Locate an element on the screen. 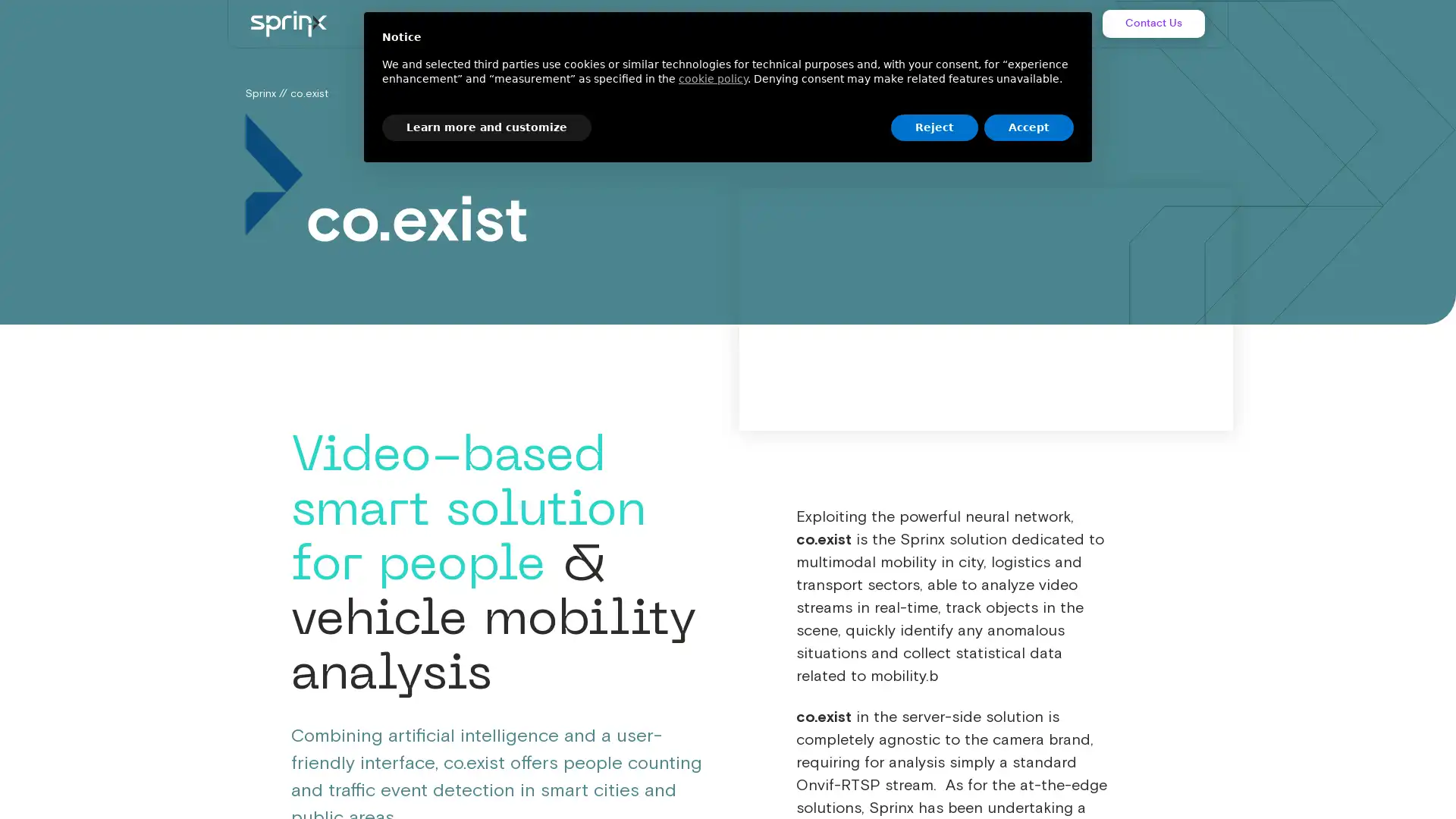 The height and width of the screenshot is (819, 1456). Reject is located at coordinates (934, 127).